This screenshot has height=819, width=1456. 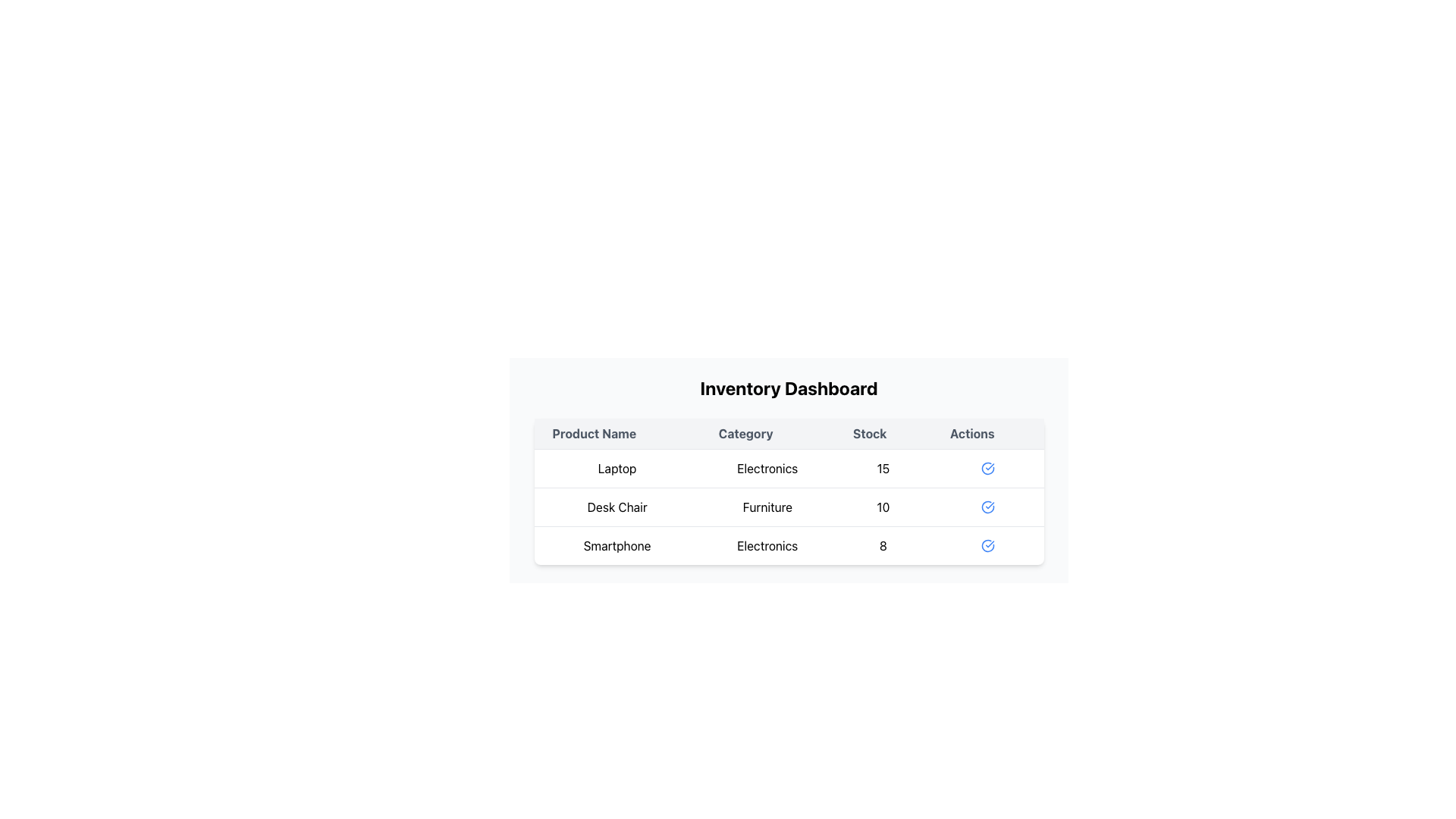 What do you see at coordinates (789, 544) in the screenshot?
I see `text content of the third row in the table under the 'Inventory Dashboard' header, which contains 'Smartphone', 'Electronics', and the number '8'` at bounding box center [789, 544].